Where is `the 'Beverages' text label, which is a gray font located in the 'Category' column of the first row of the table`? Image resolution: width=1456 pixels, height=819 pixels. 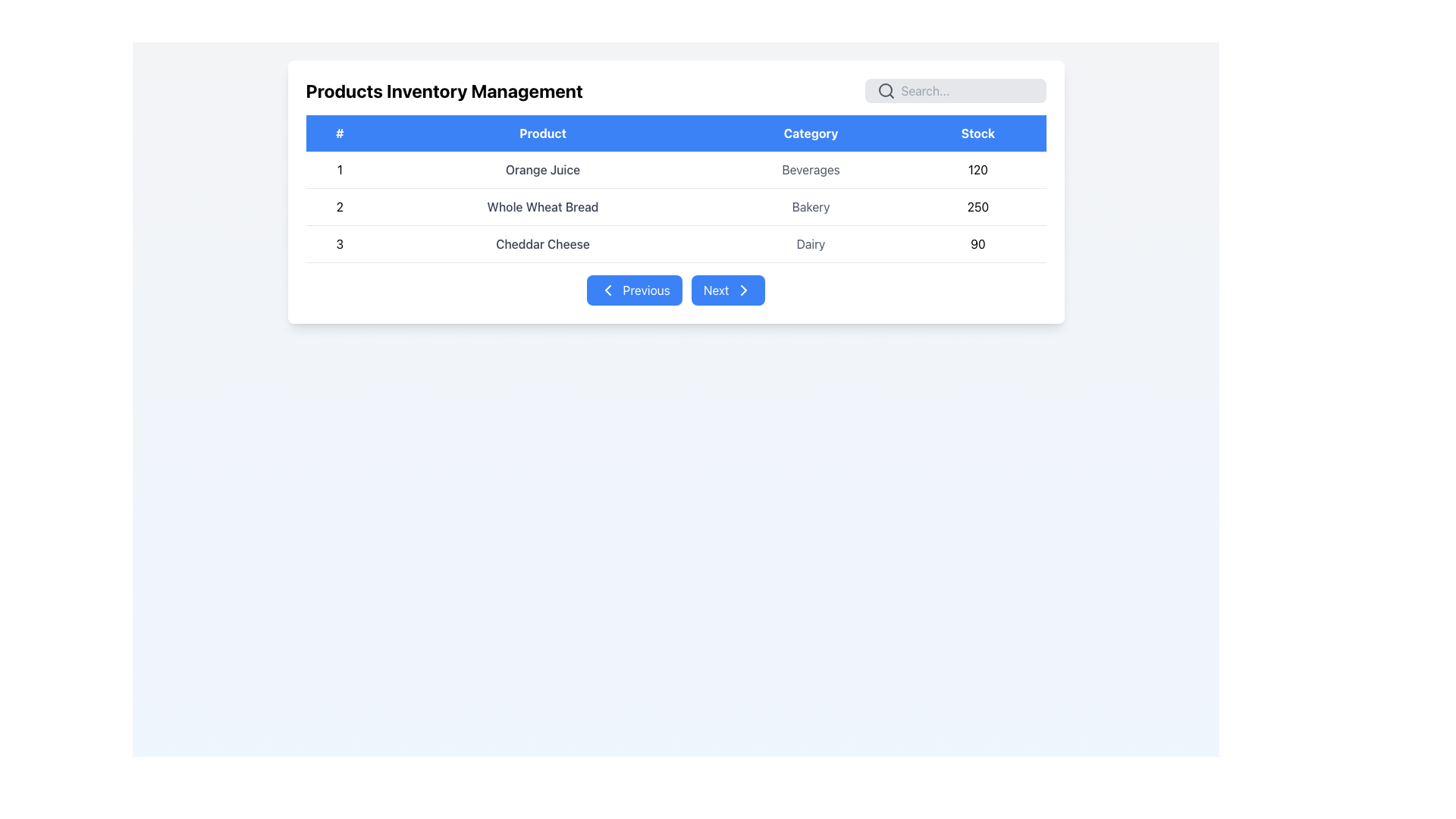 the 'Beverages' text label, which is a gray font located in the 'Category' column of the first row of the table is located at coordinates (810, 170).